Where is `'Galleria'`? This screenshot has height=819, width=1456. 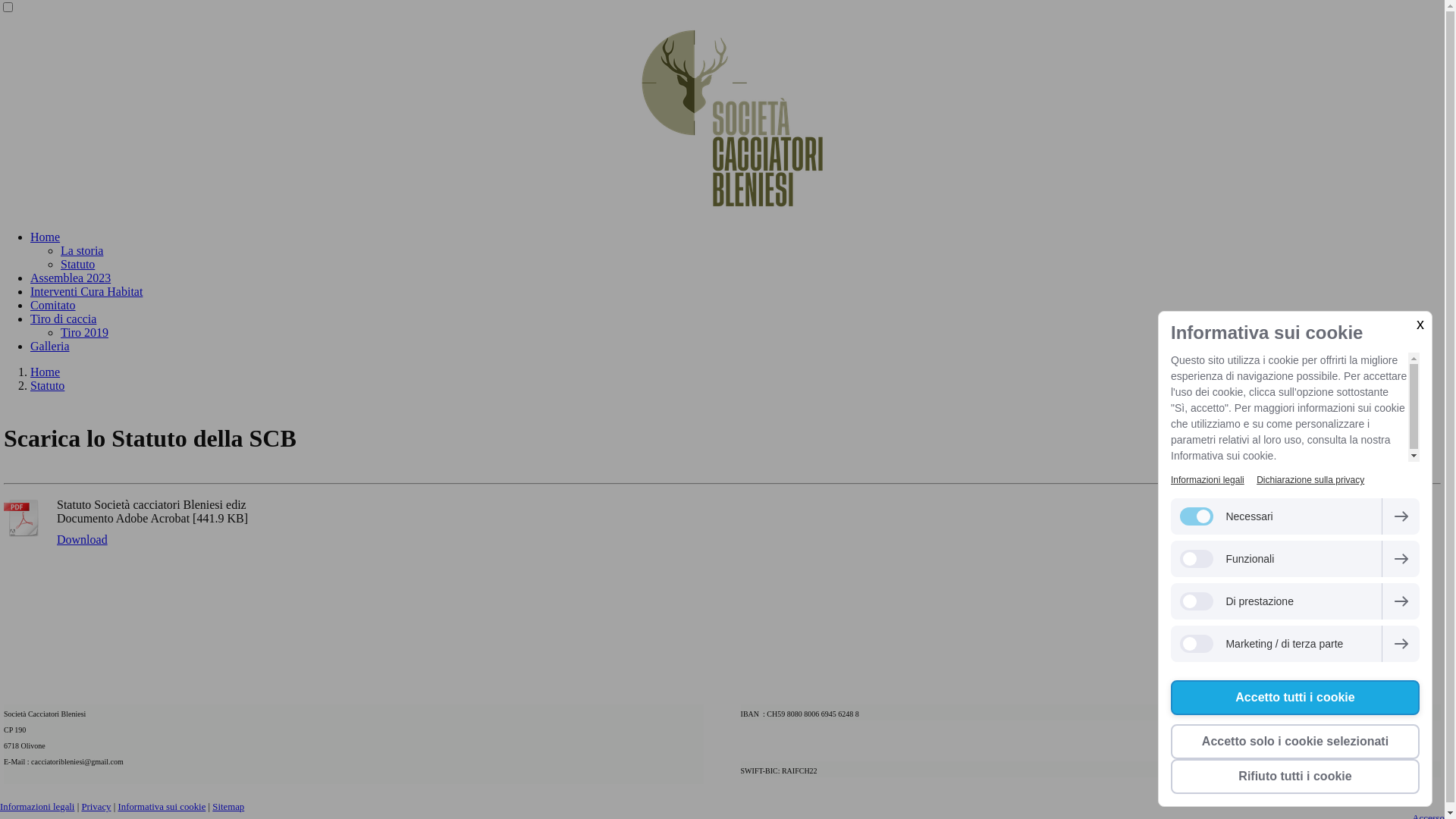 'Galleria' is located at coordinates (50, 346).